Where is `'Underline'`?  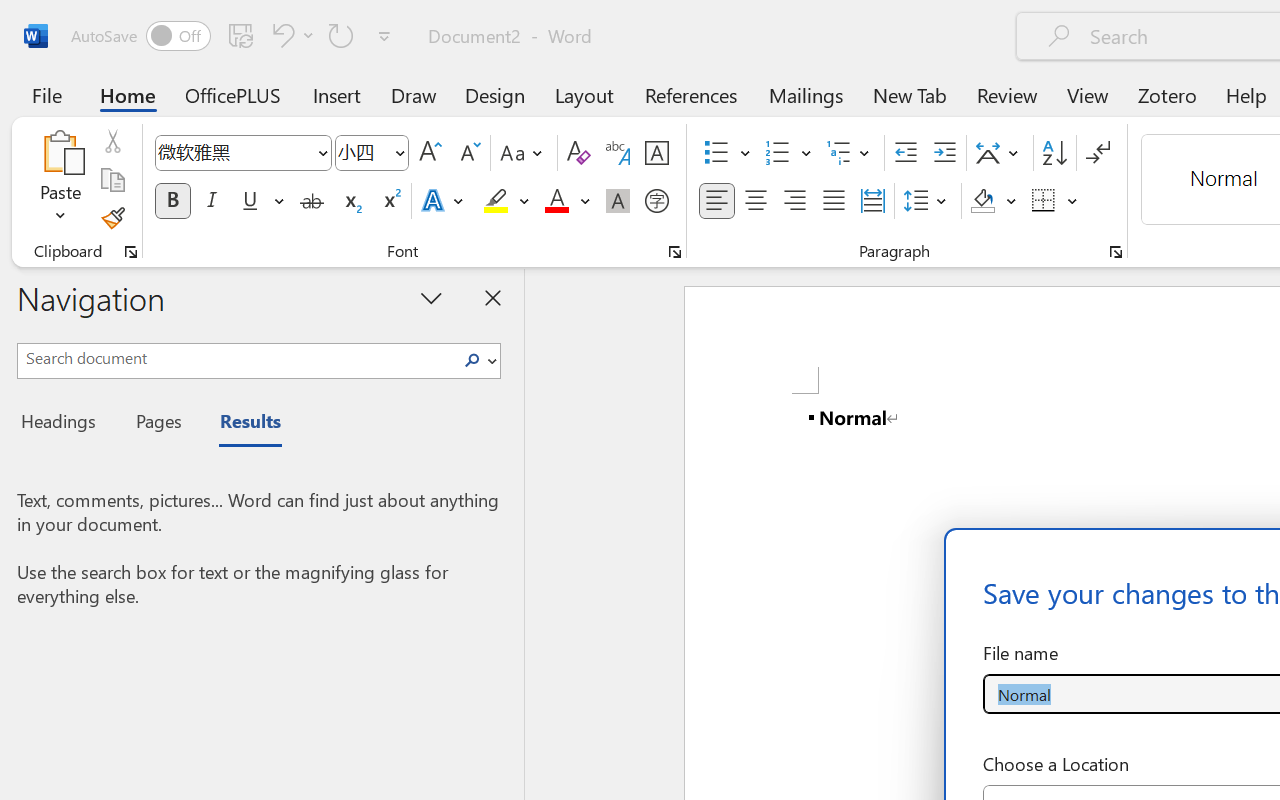
'Underline' is located at coordinates (260, 201).